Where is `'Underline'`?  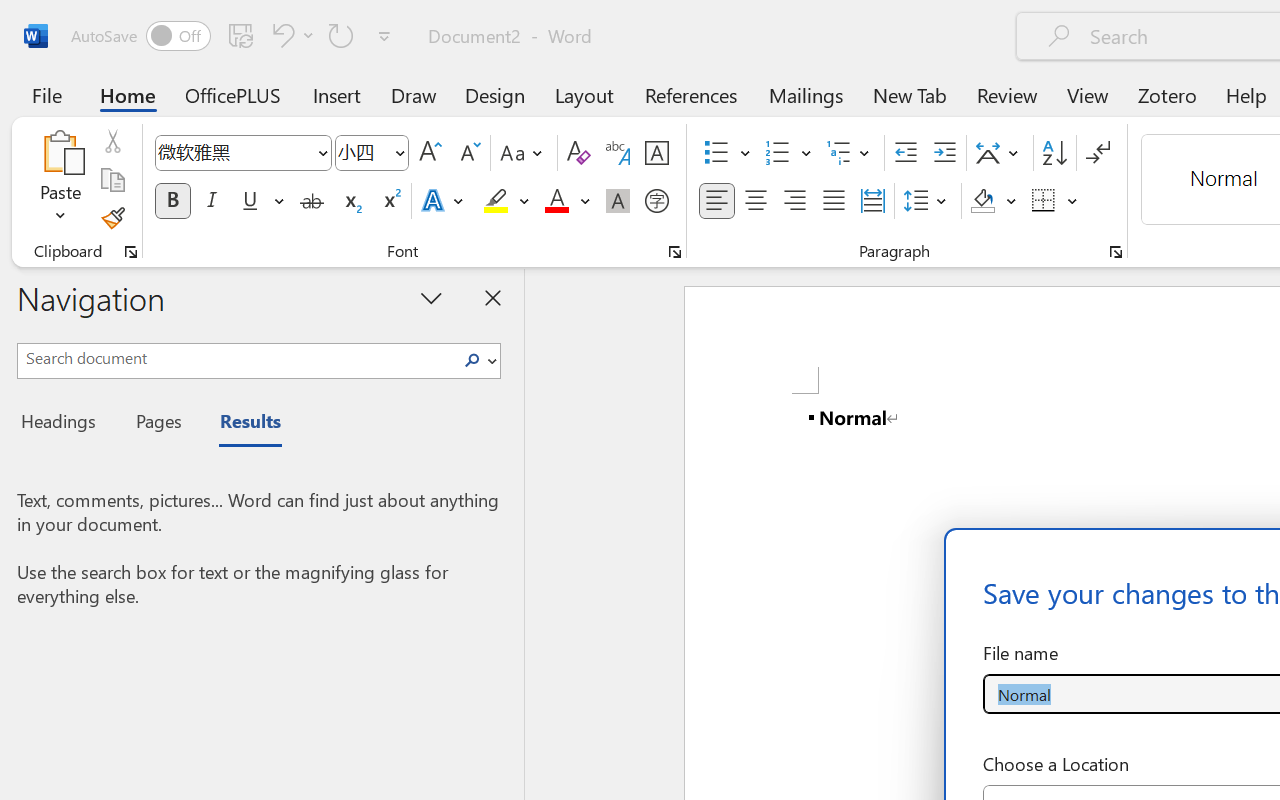
'Underline' is located at coordinates (260, 201).